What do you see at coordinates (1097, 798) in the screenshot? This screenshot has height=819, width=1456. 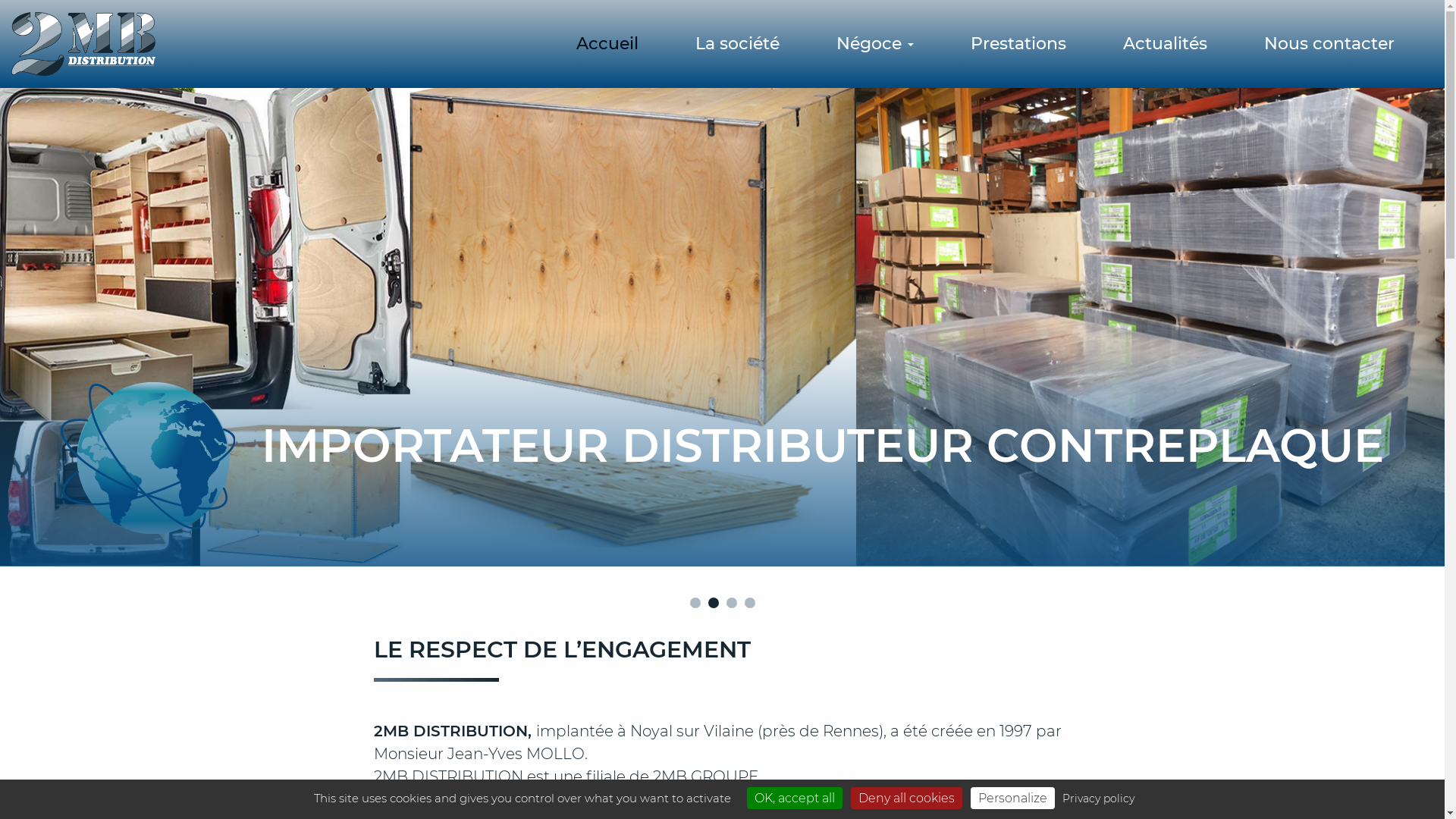 I see `'Privacy policy'` at bounding box center [1097, 798].